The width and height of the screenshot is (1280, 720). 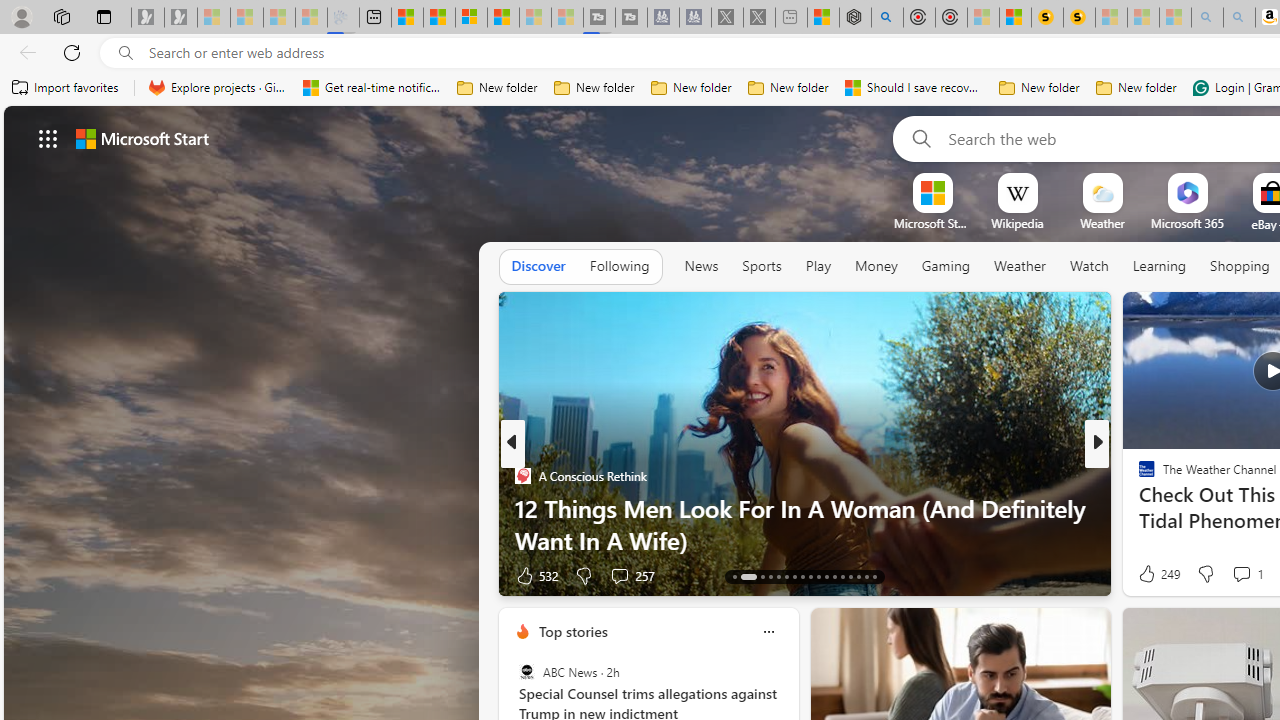 I want to click on 'Sports', so click(x=760, y=265).